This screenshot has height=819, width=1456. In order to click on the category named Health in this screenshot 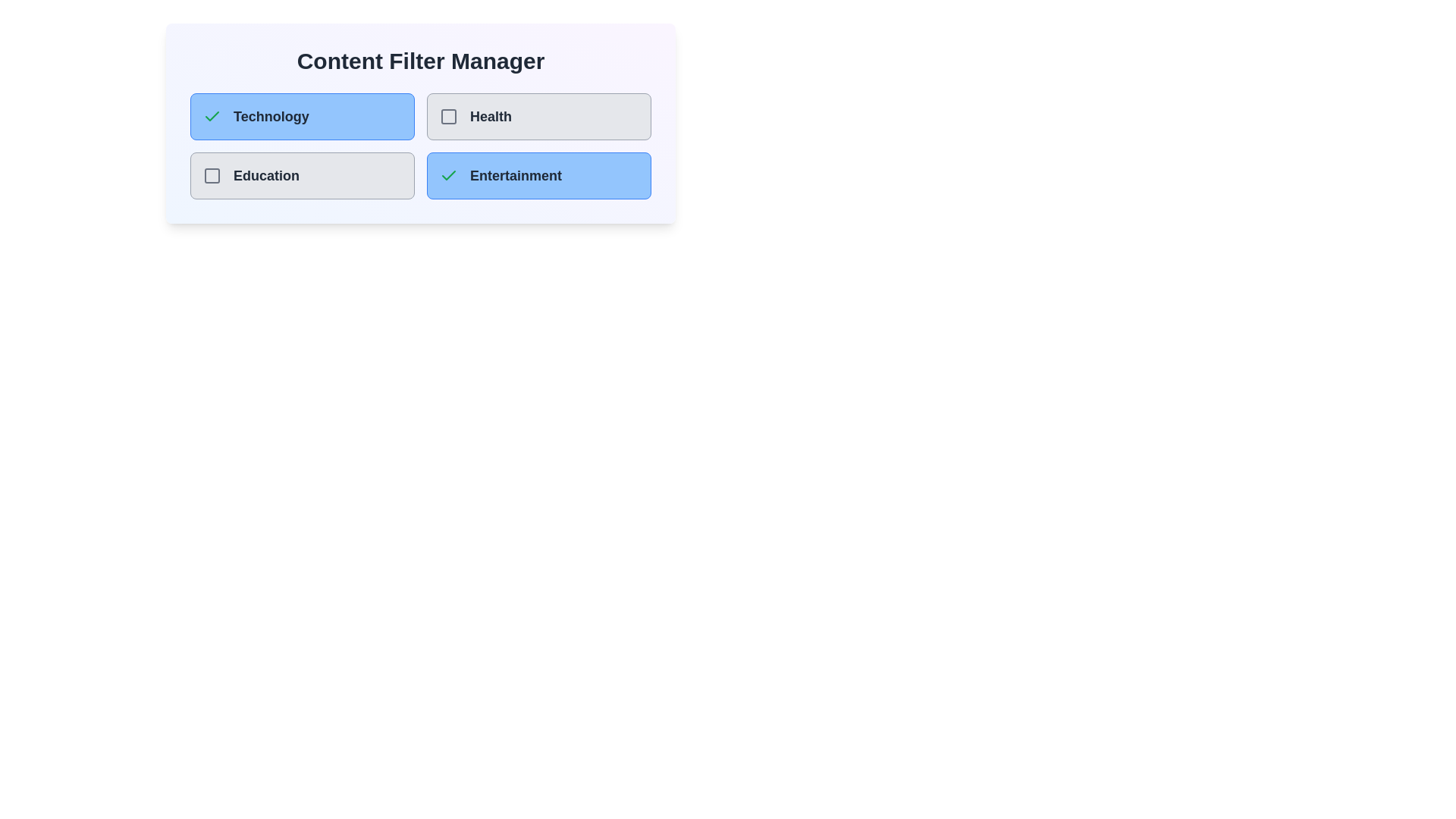, I will do `click(538, 116)`.